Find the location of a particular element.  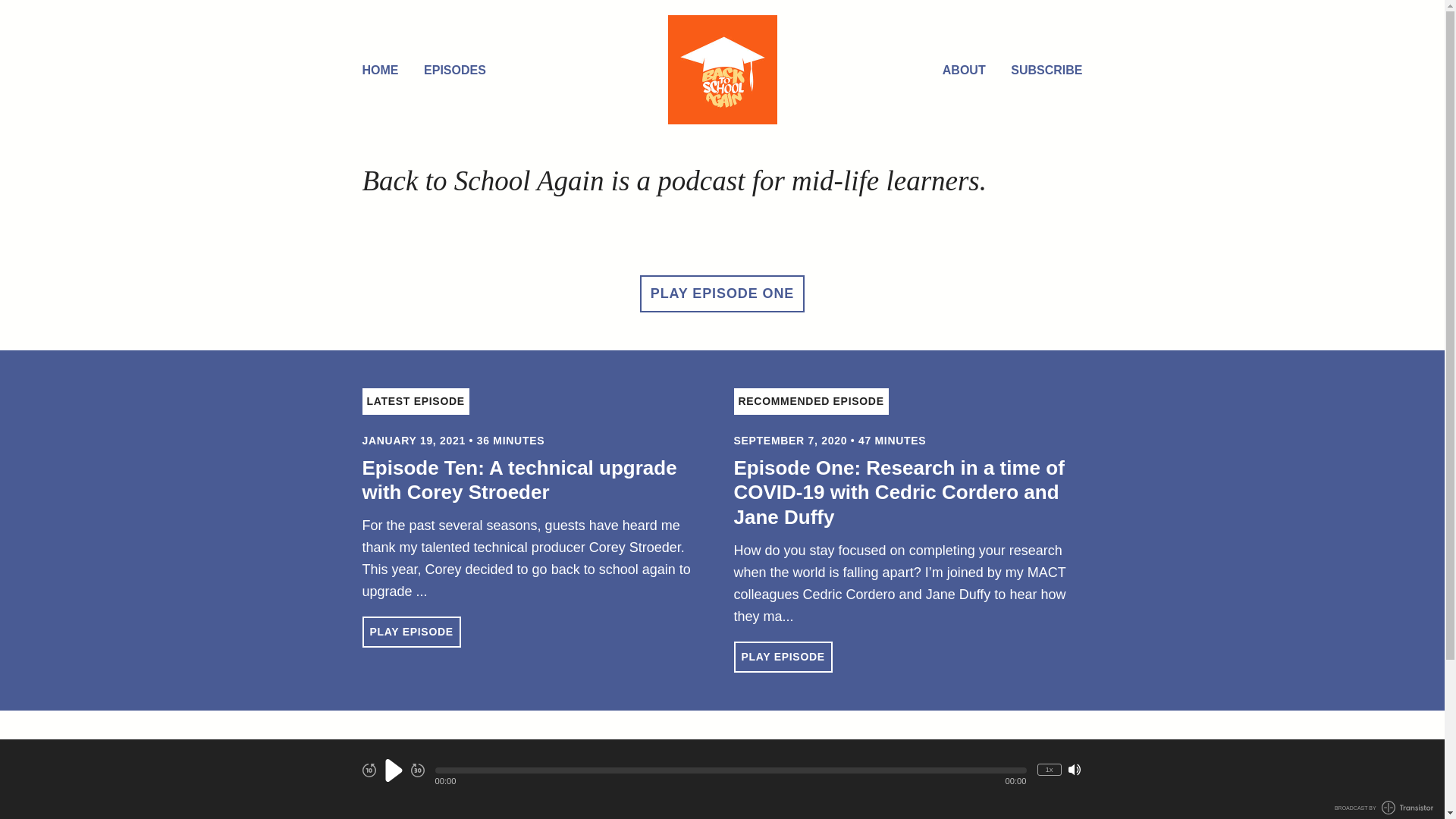

'Fast Forward 30 seconds' is located at coordinates (418, 769).